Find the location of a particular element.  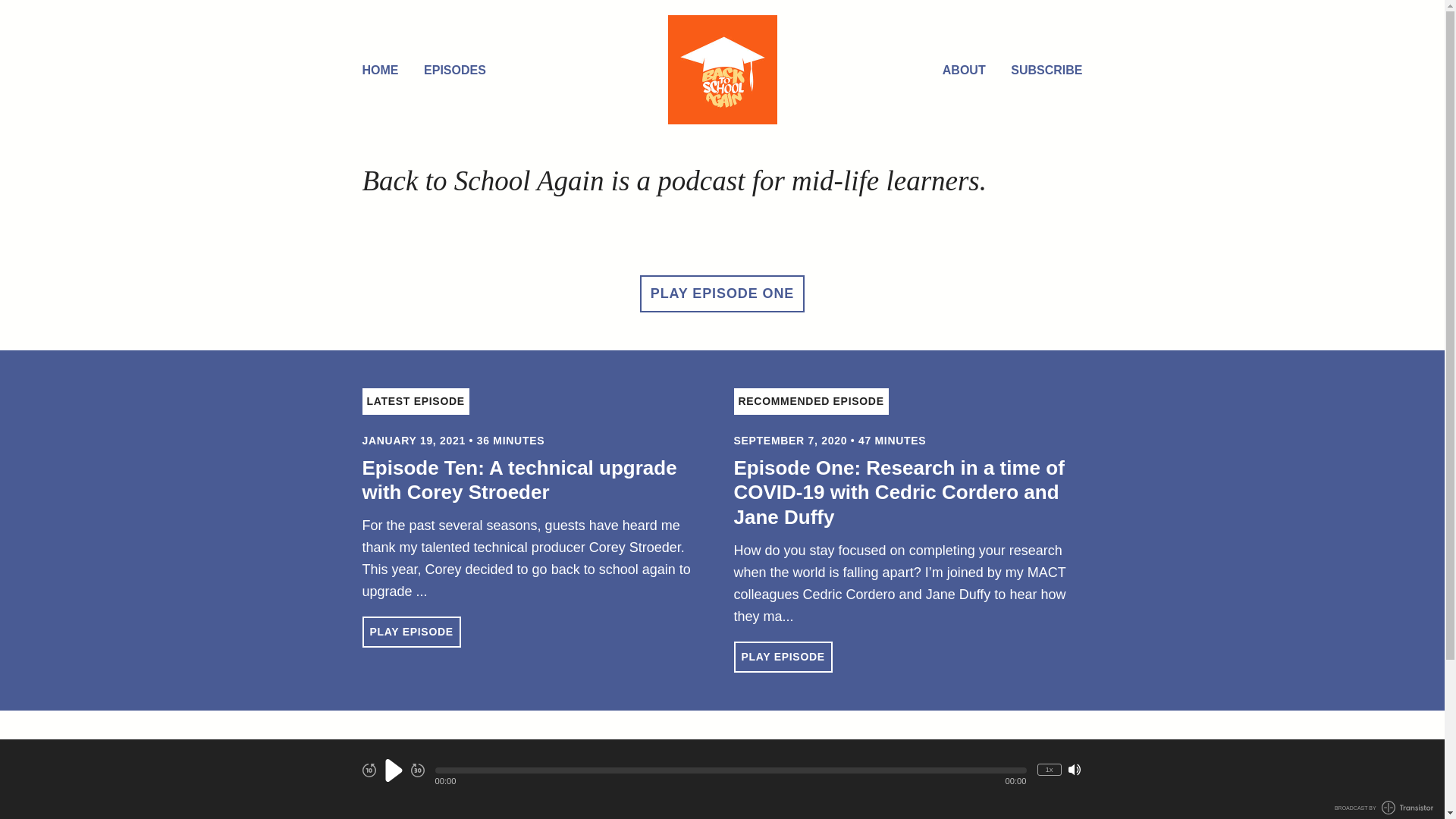

'Fast Forward 30 seconds' is located at coordinates (418, 769).